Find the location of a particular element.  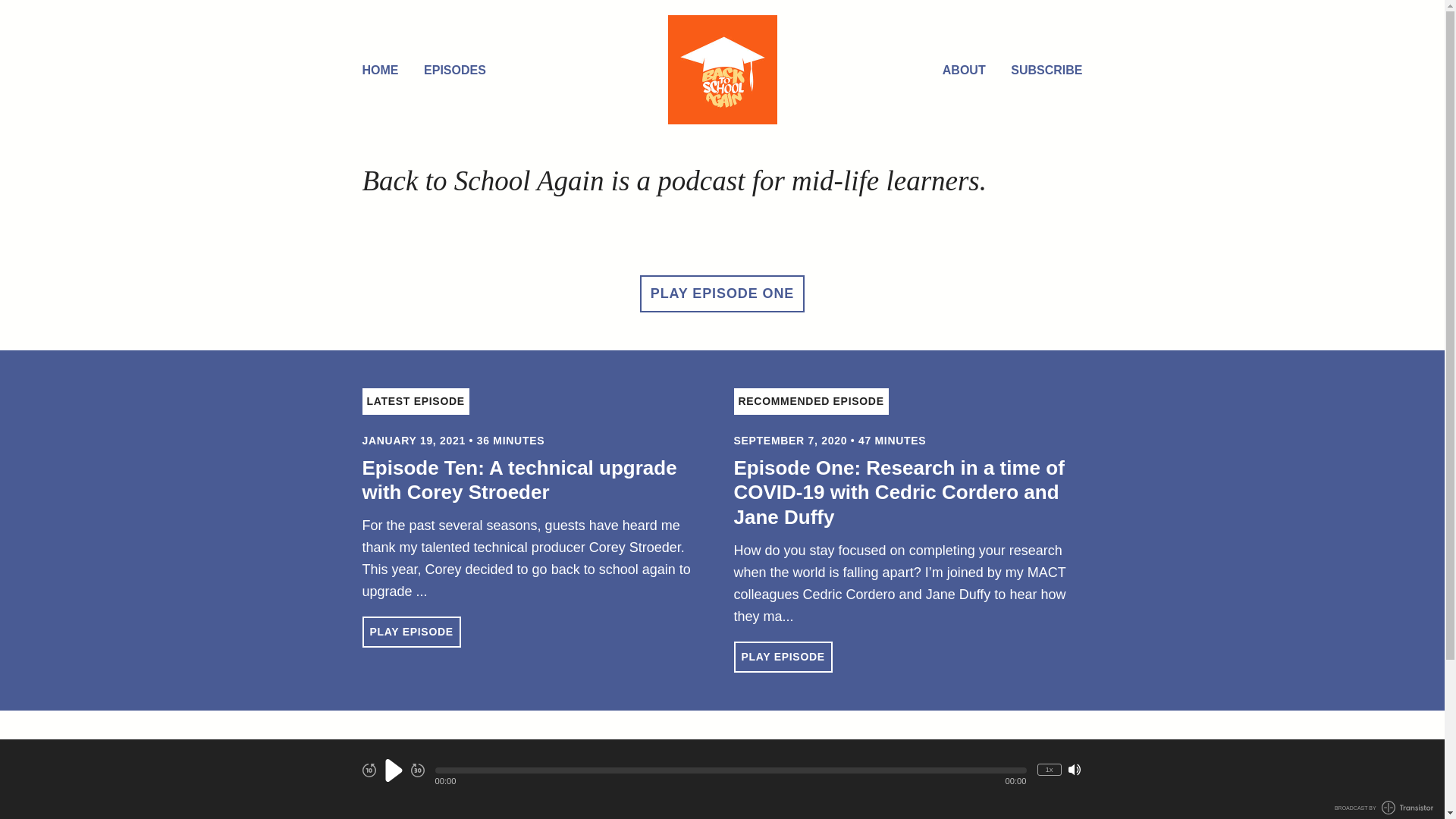

'Fast Forward 30 seconds' is located at coordinates (418, 769).